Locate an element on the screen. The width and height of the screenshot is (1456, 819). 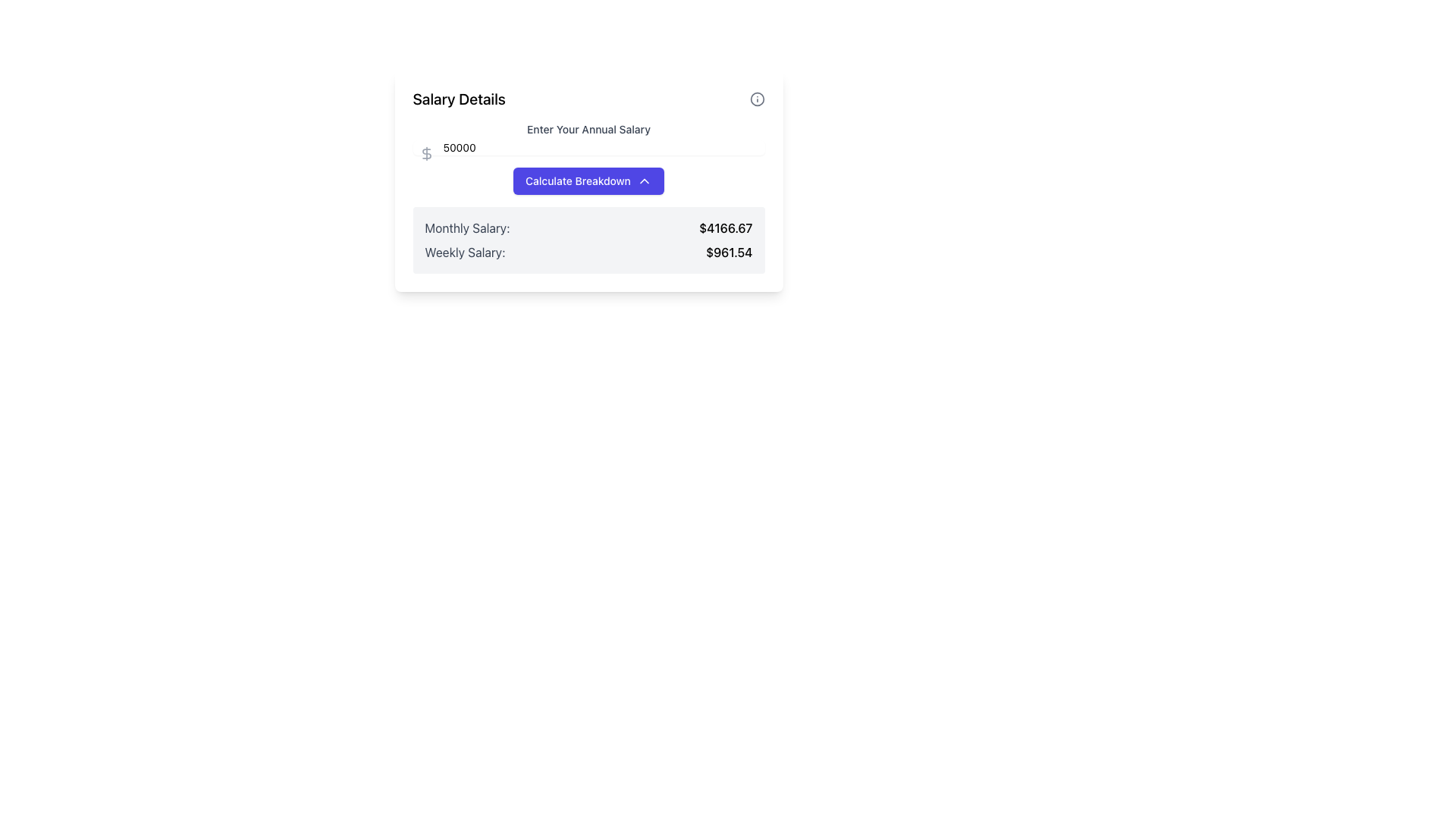
the text label that displays 'Salary Details', which is styled in bold and prominently positioned at the top-left corner of its section is located at coordinates (458, 99).